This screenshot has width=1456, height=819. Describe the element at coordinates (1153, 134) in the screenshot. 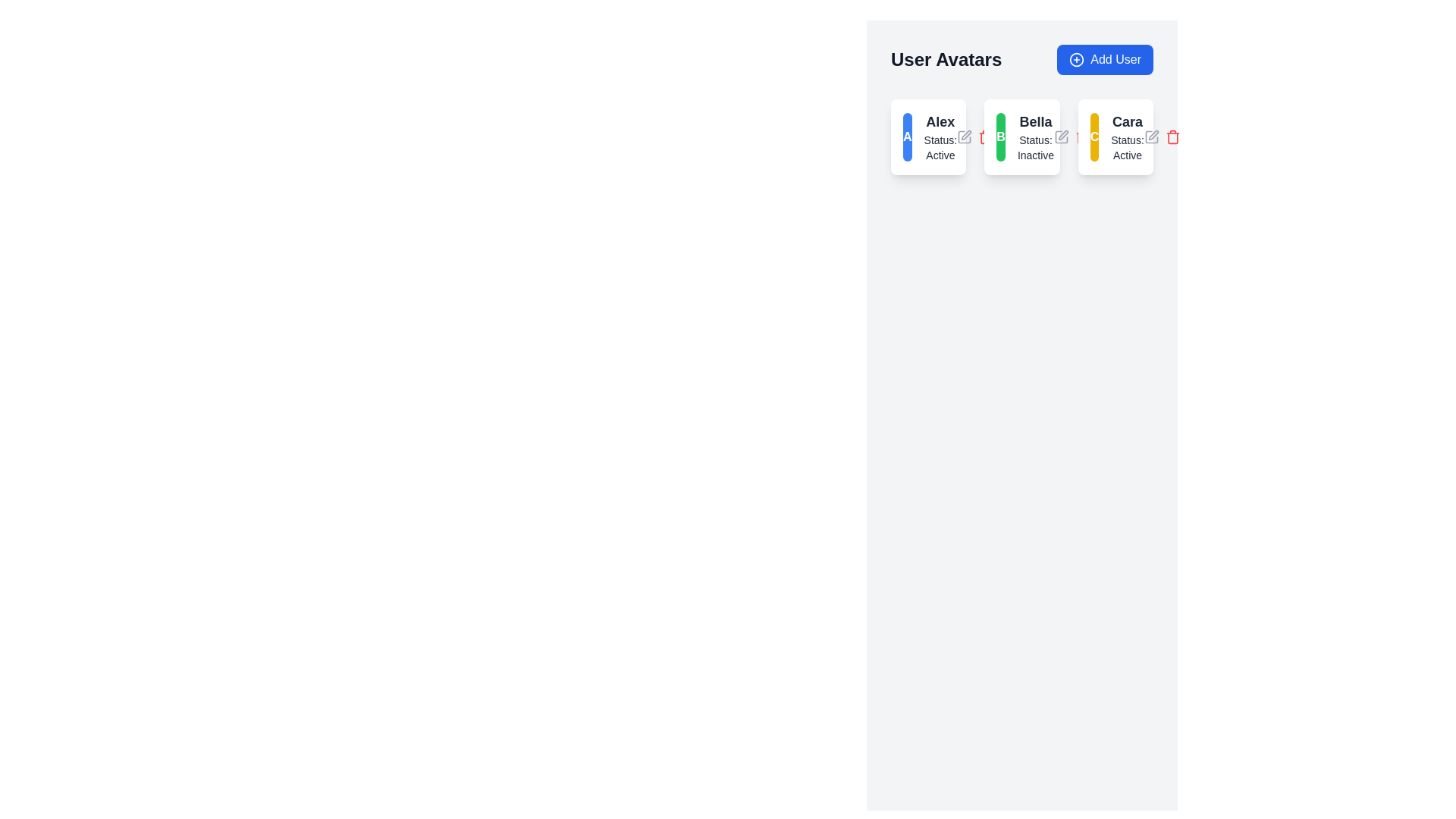

I see `the edit icon button represented by a pen graphic located to the right of the 'Status: Active' text in the 'Cara' user card to initiate an edit action` at that location.